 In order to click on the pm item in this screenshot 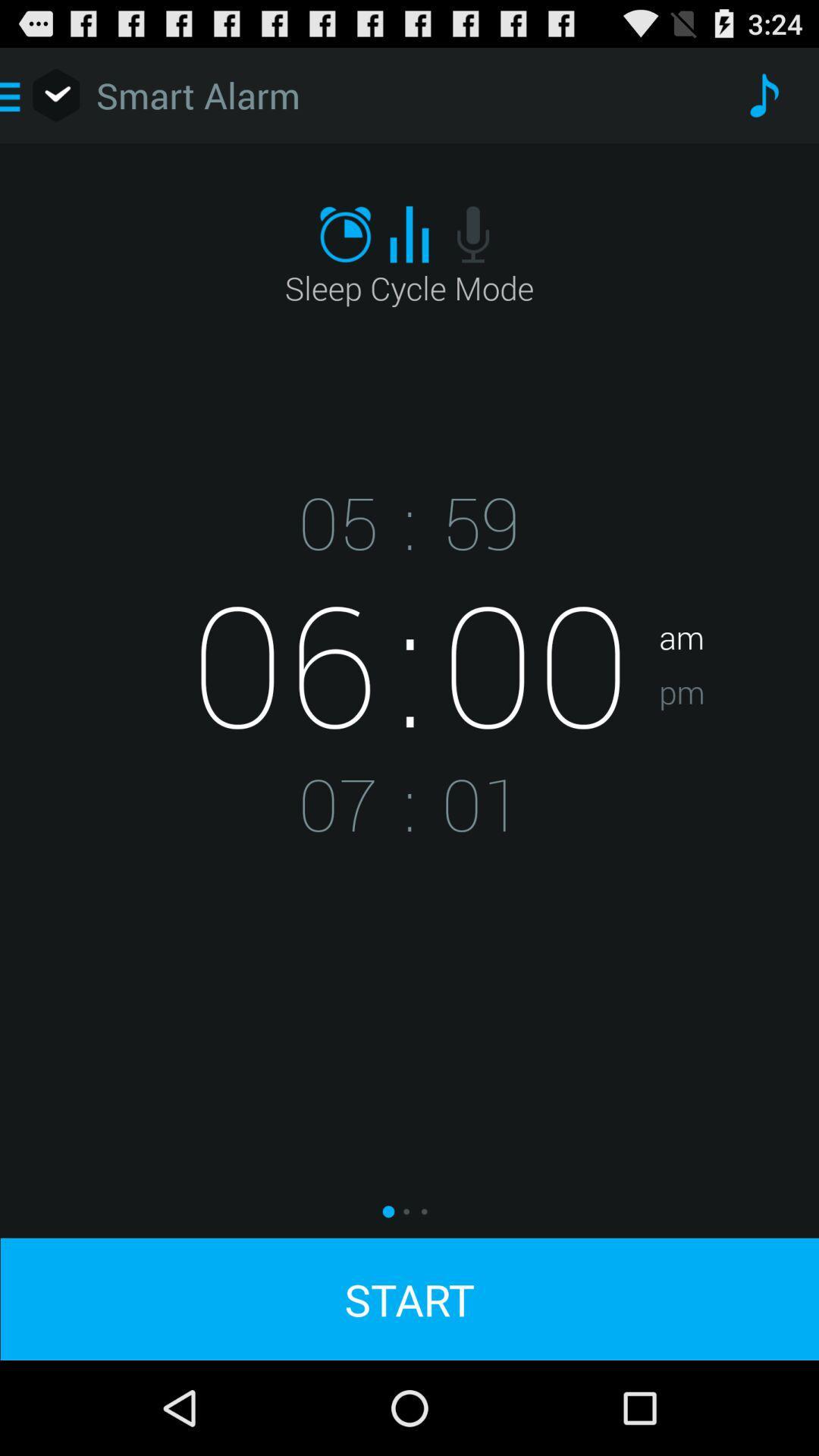, I will do `click(738, 739)`.